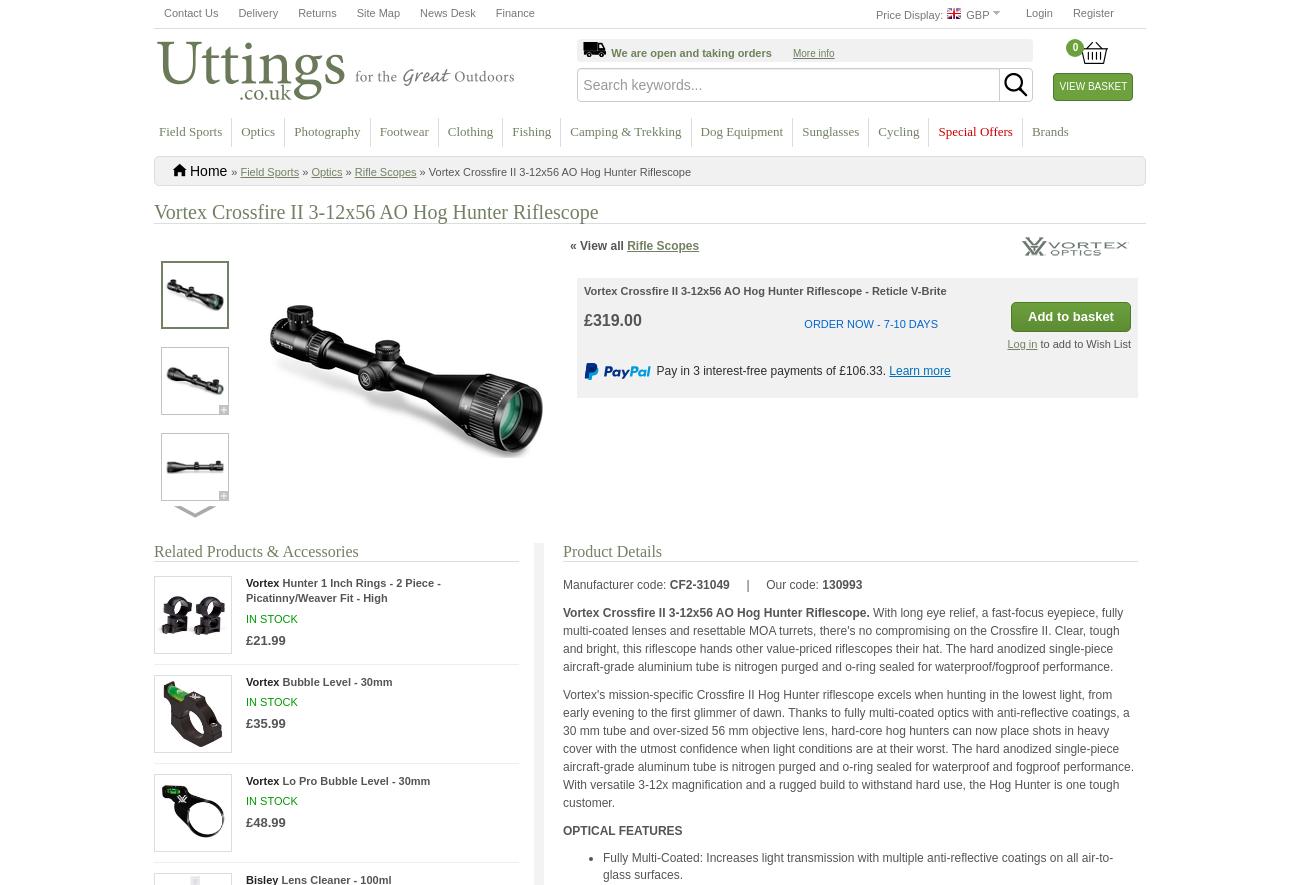 The height and width of the screenshot is (885, 1300). What do you see at coordinates (790, 51) in the screenshot?
I see `'More info'` at bounding box center [790, 51].